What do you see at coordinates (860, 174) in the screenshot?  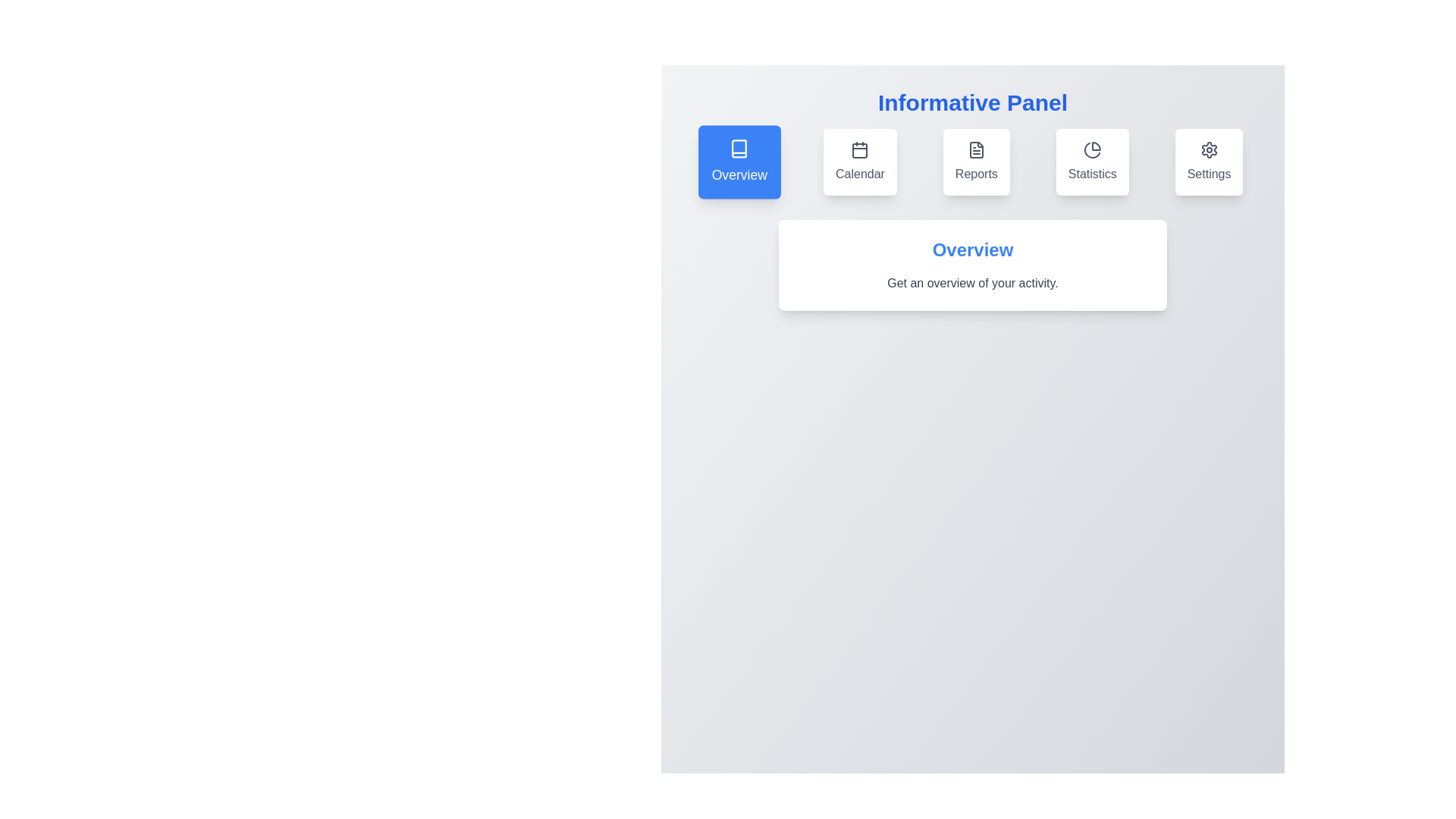 I see `the descriptive text label located below the calendar icon in the second card-like element from the left` at bounding box center [860, 174].